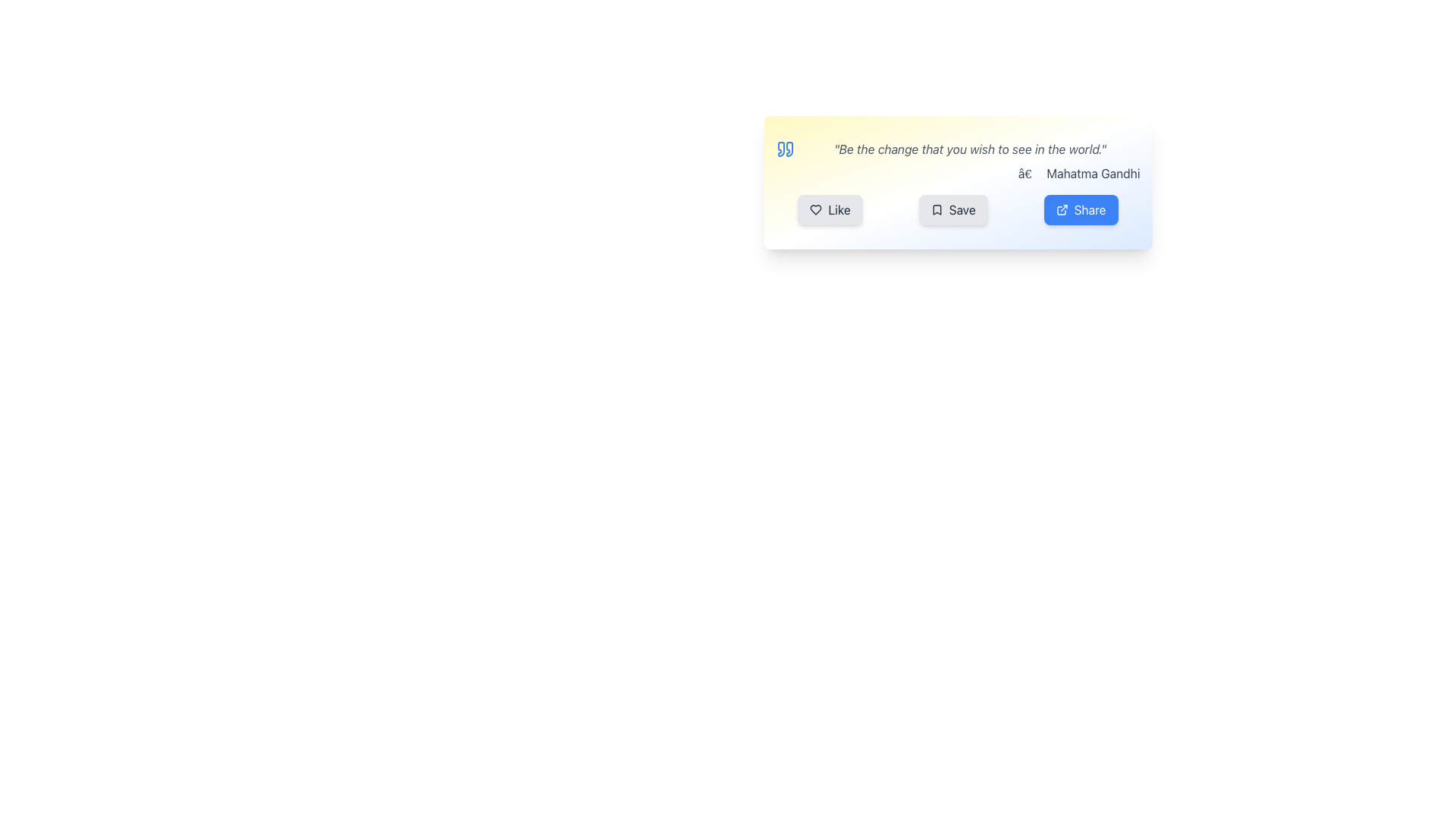  I want to click on the italicized text displaying the quote "Be the change that you wish, so click(957, 161).